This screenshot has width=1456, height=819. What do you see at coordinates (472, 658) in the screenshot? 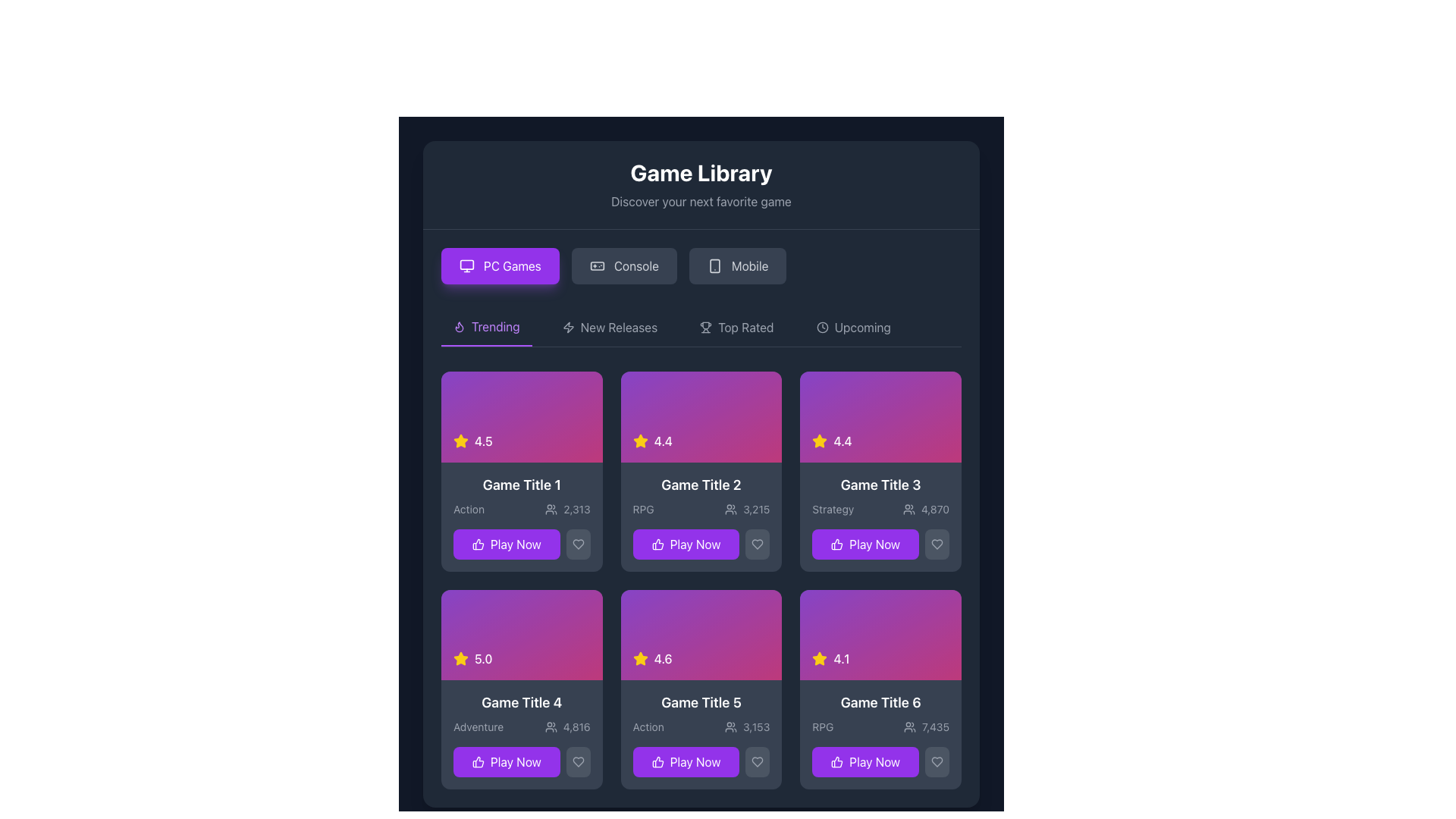
I see `the highlighted yellow star icon and white text reading '5.0' in the rating display section of the fourth card in the second row of the grid layout` at bounding box center [472, 658].